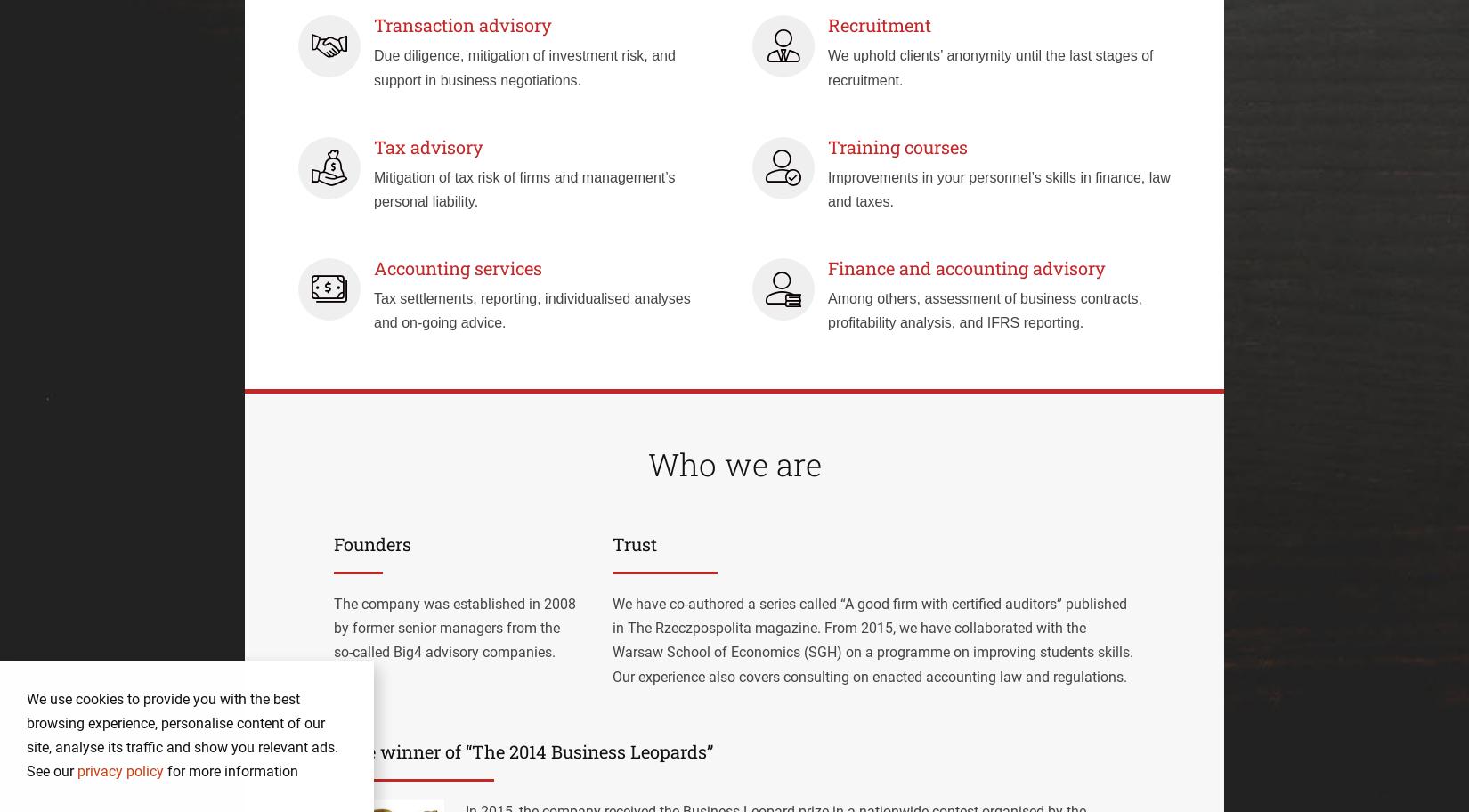  Describe the element at coordinates (523, 66) in the screenshot. I see `'Due diligence, mitigation of investment risk, and support in business negotiations.'` at that location.